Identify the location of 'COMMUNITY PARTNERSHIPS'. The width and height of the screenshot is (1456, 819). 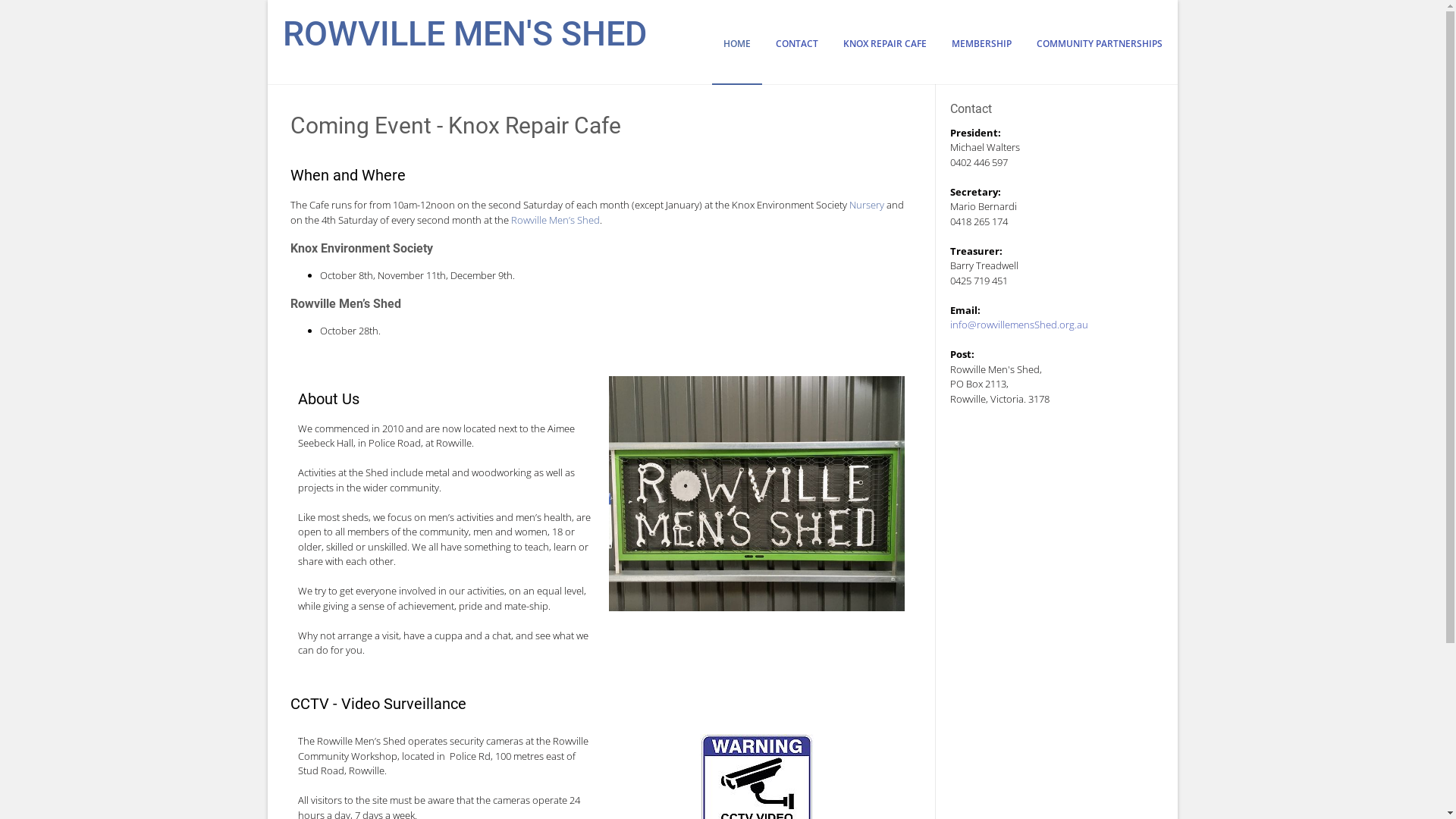
(1094, 54).